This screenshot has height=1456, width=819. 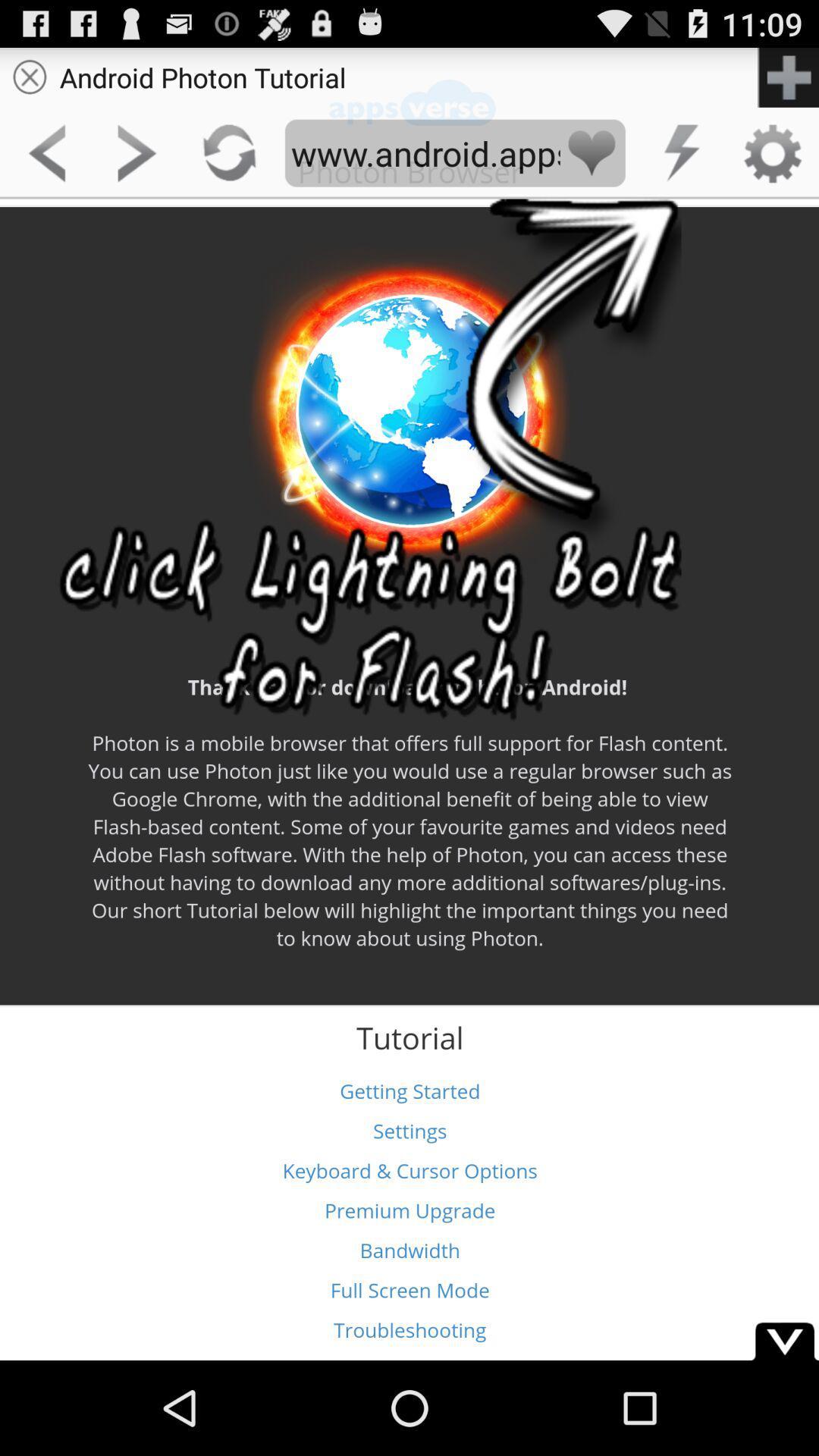 What do you see at coordinates (228, 164) in the screenshot?
I see `the refresh icon` at bounding box center [228, 164].